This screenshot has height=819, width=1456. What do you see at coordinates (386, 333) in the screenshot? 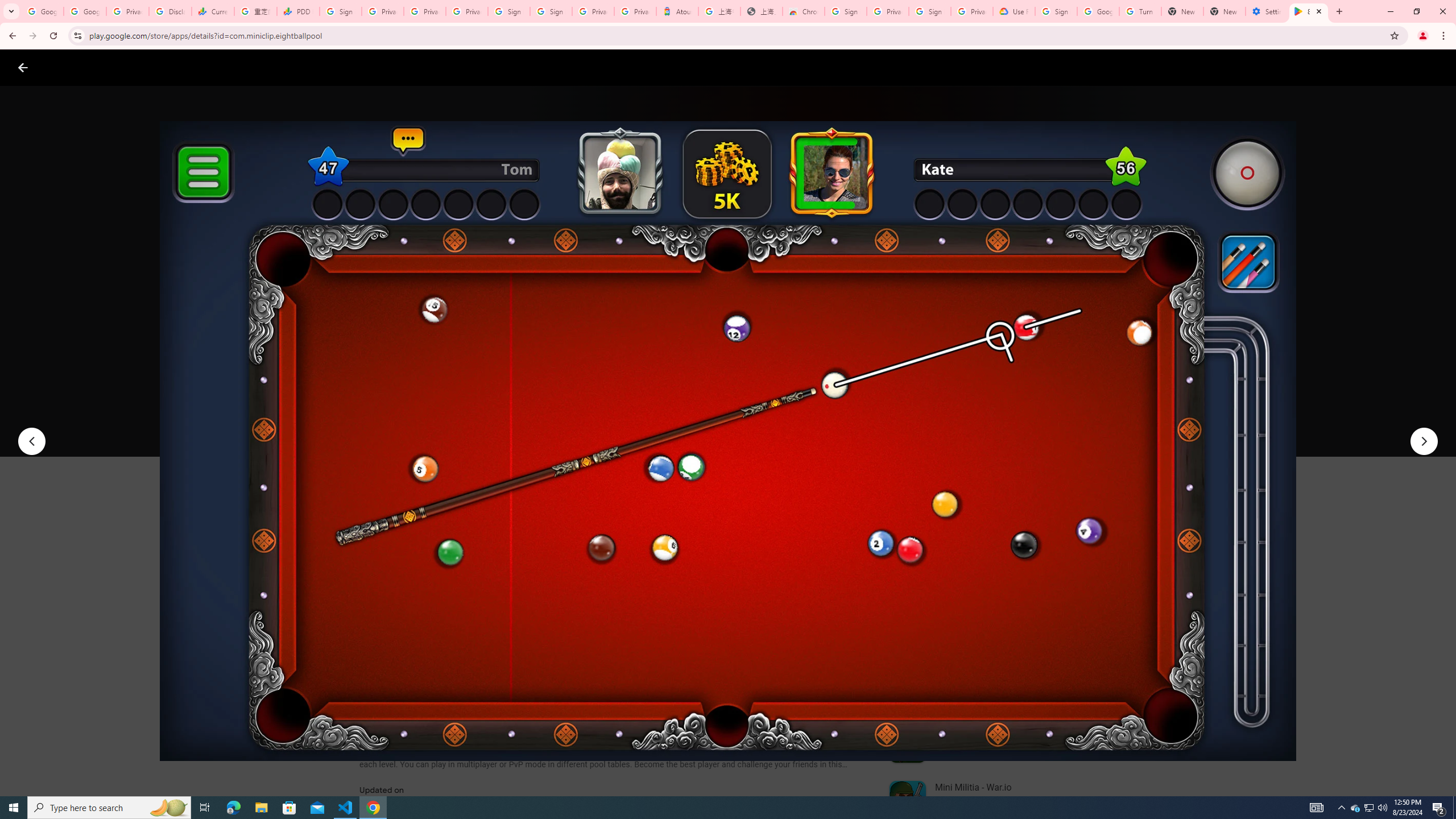
I see `'Miniclip.com'` at bounding box center [386, 333].